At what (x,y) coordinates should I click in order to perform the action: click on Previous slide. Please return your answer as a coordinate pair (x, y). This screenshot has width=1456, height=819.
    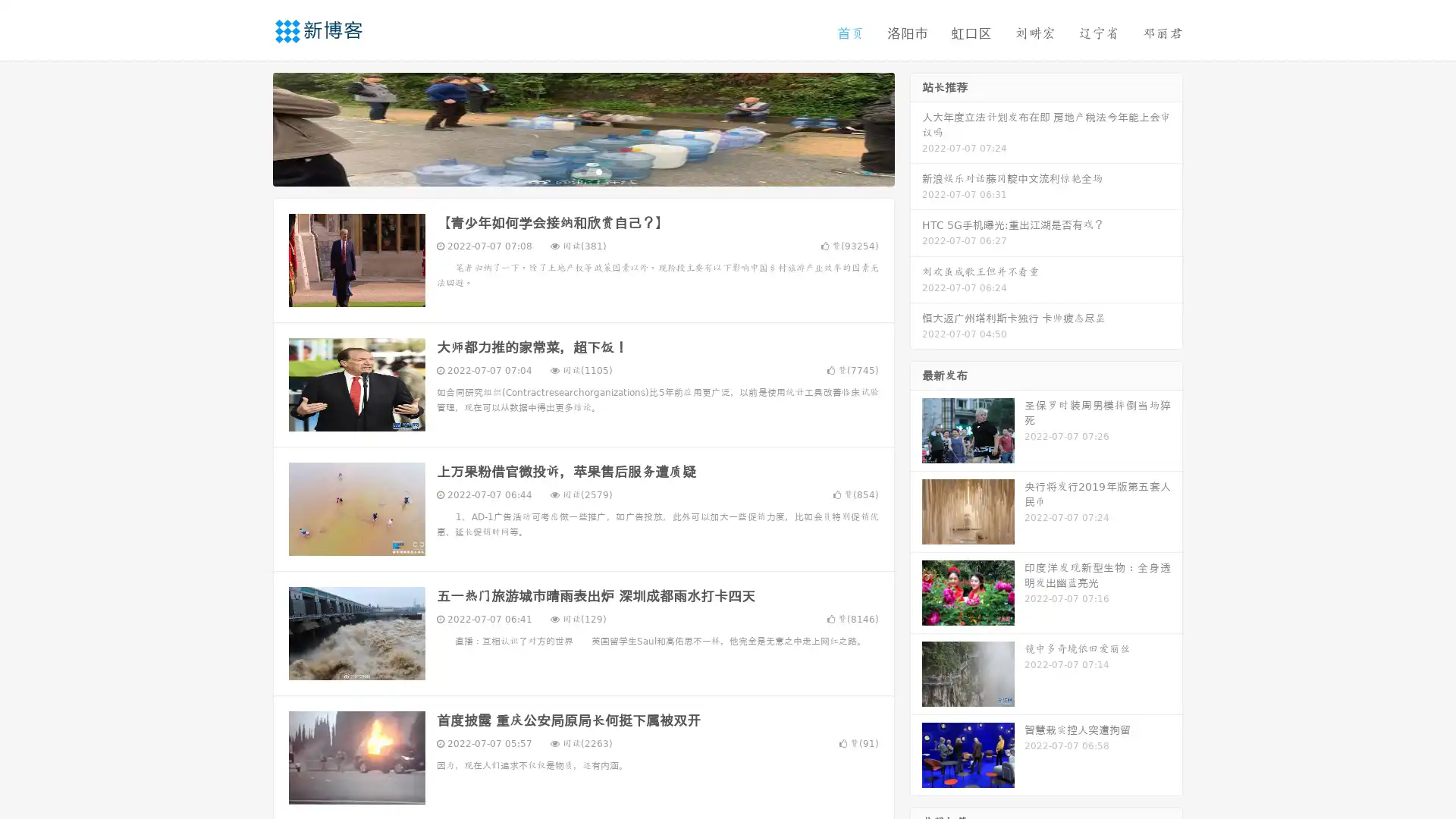
    Looking at the image, I should click on (250, 127).